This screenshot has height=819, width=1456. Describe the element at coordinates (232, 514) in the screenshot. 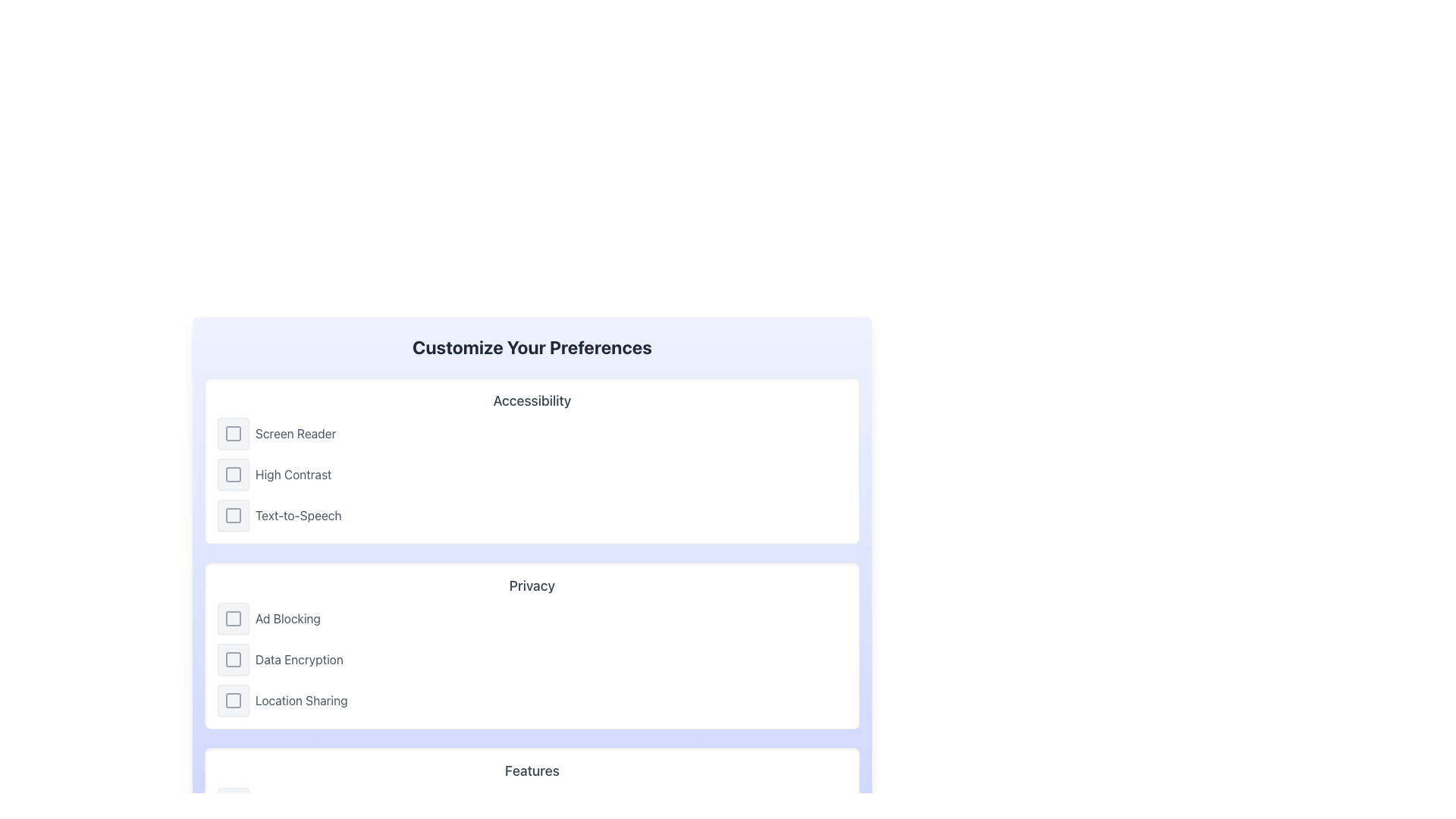

I see `the unchecked Checkbox indicator for the 'Text-to-Speech' option in the Accessibility category` at that location.